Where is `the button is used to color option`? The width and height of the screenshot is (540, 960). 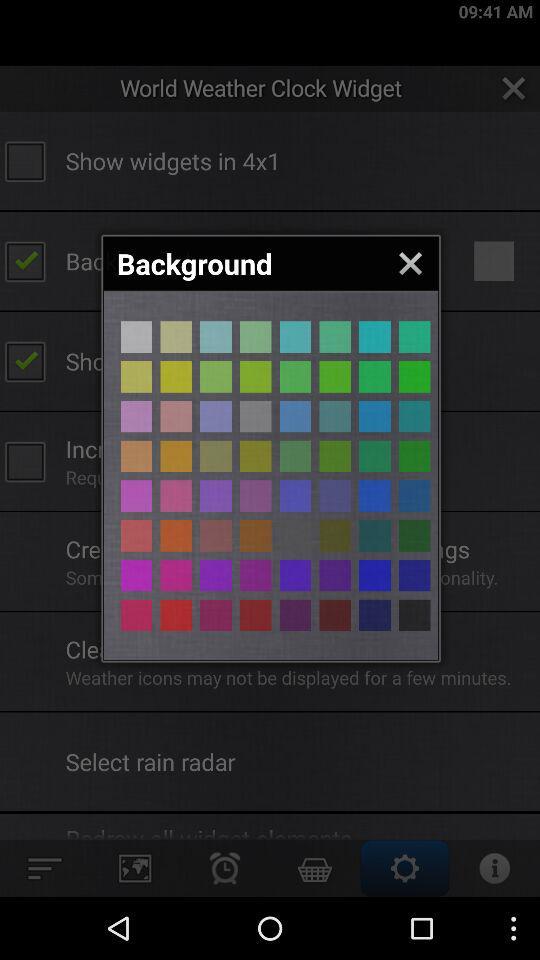
the button is used to color option is located at coordinates (374, 534).